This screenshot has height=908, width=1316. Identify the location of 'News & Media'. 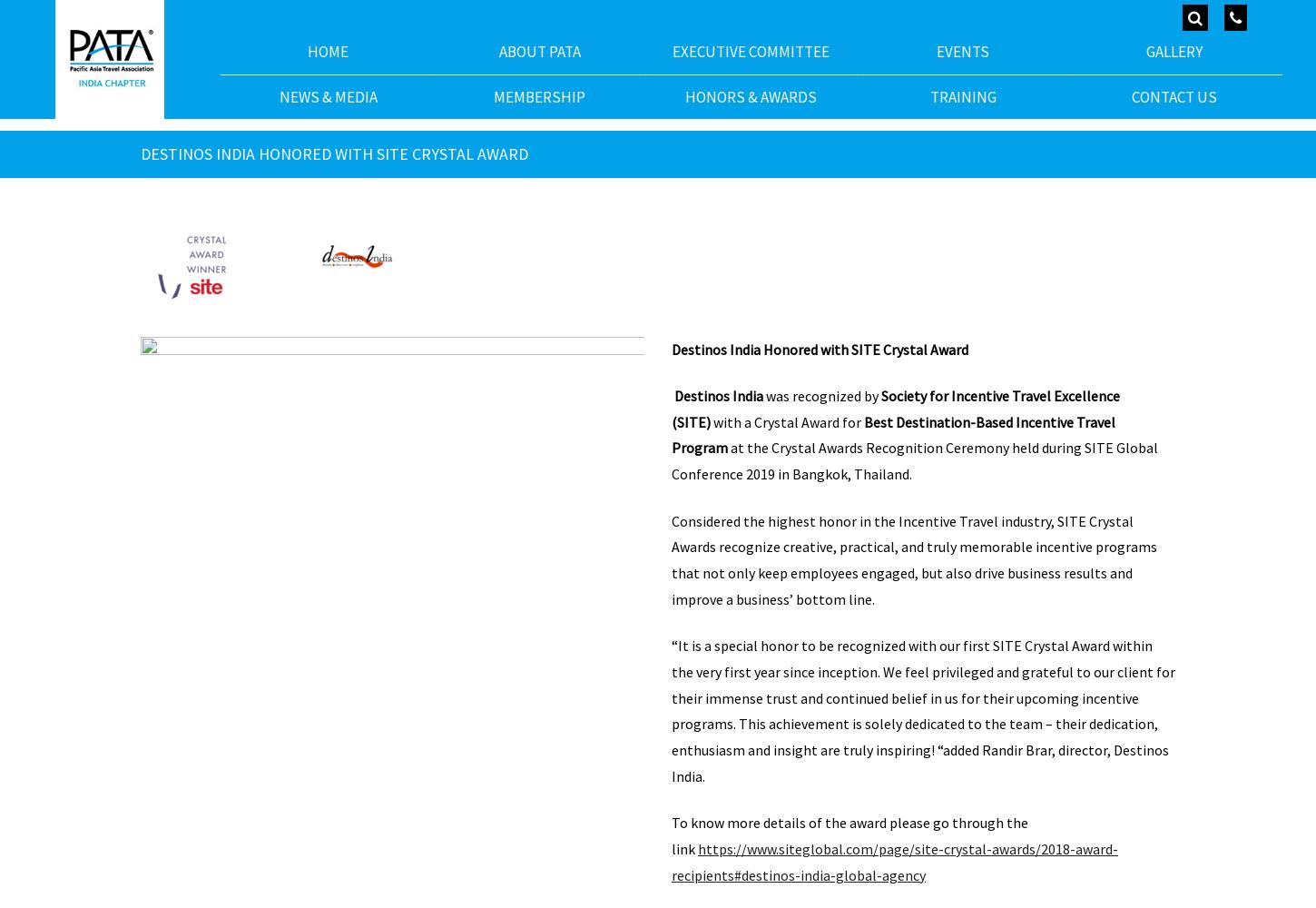
(328, 95).